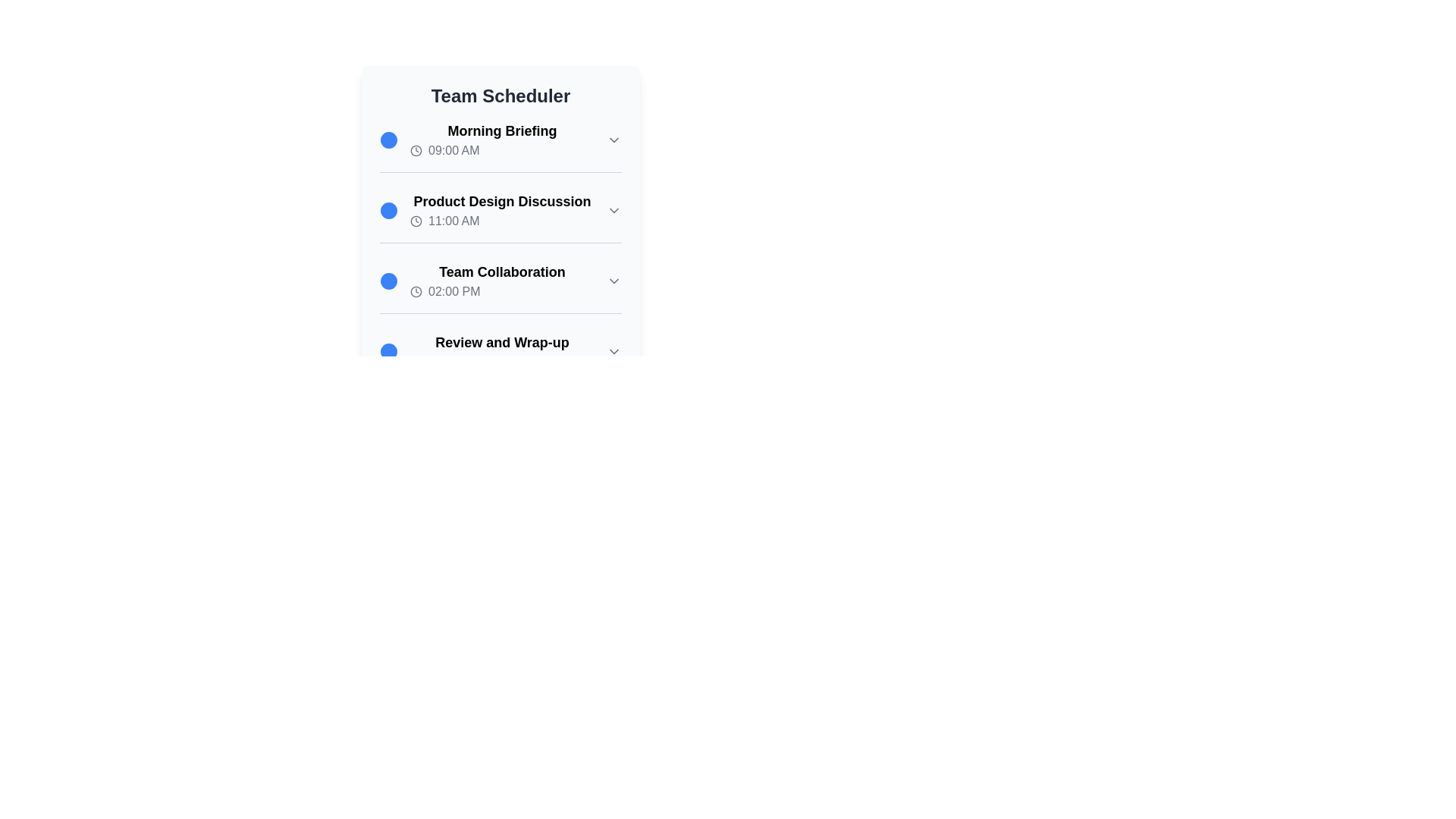 The height and width of the screenshot is (819, 1456). I want to click on the Circular marker icon located in the 'Morning Briefing' list entry at 09:00 AM, so click(389, 140).